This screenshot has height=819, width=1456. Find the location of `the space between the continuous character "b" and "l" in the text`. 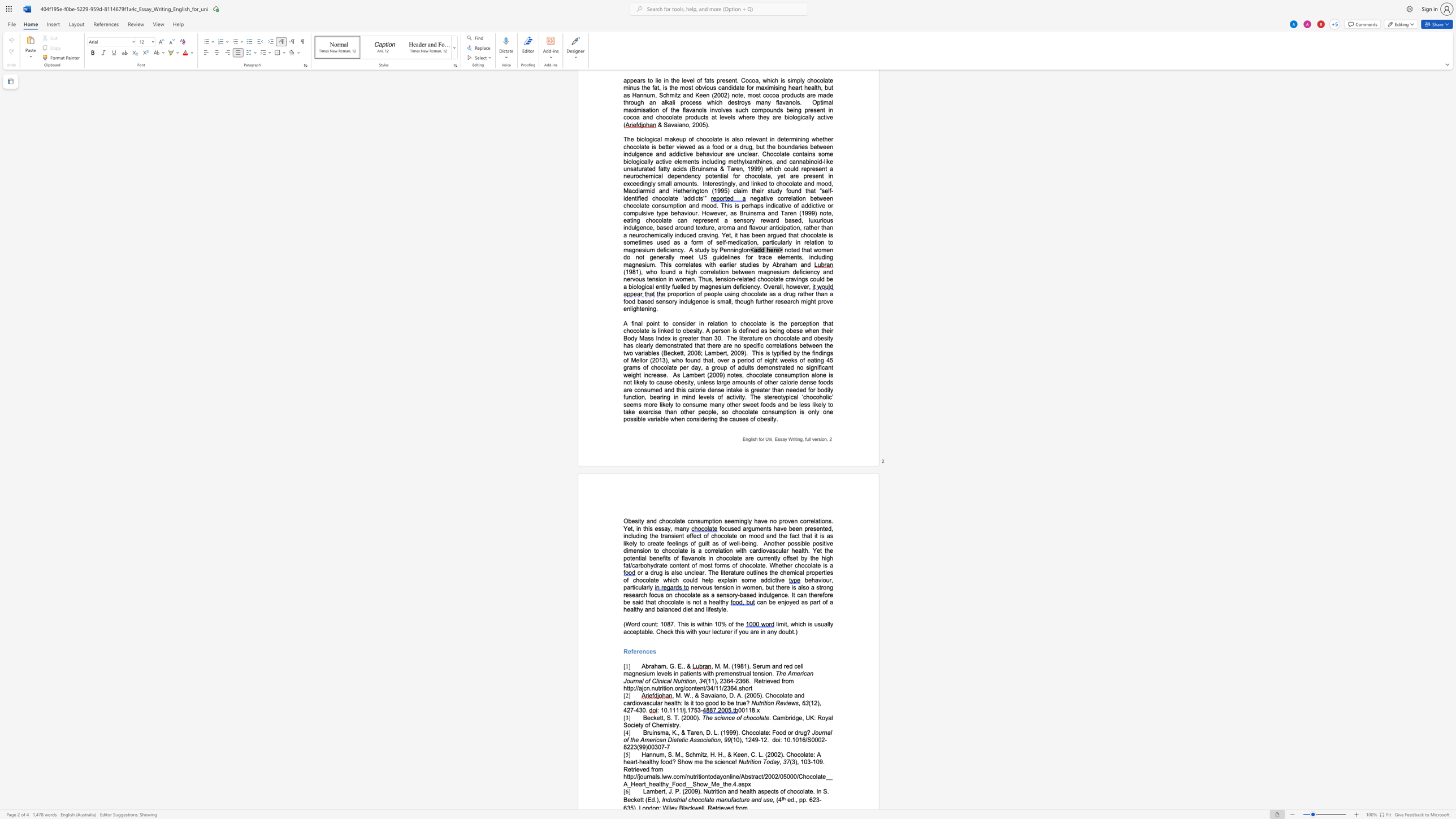

the space between the continuous character "b" and "l" in the text is located at coordinates (647, 631).